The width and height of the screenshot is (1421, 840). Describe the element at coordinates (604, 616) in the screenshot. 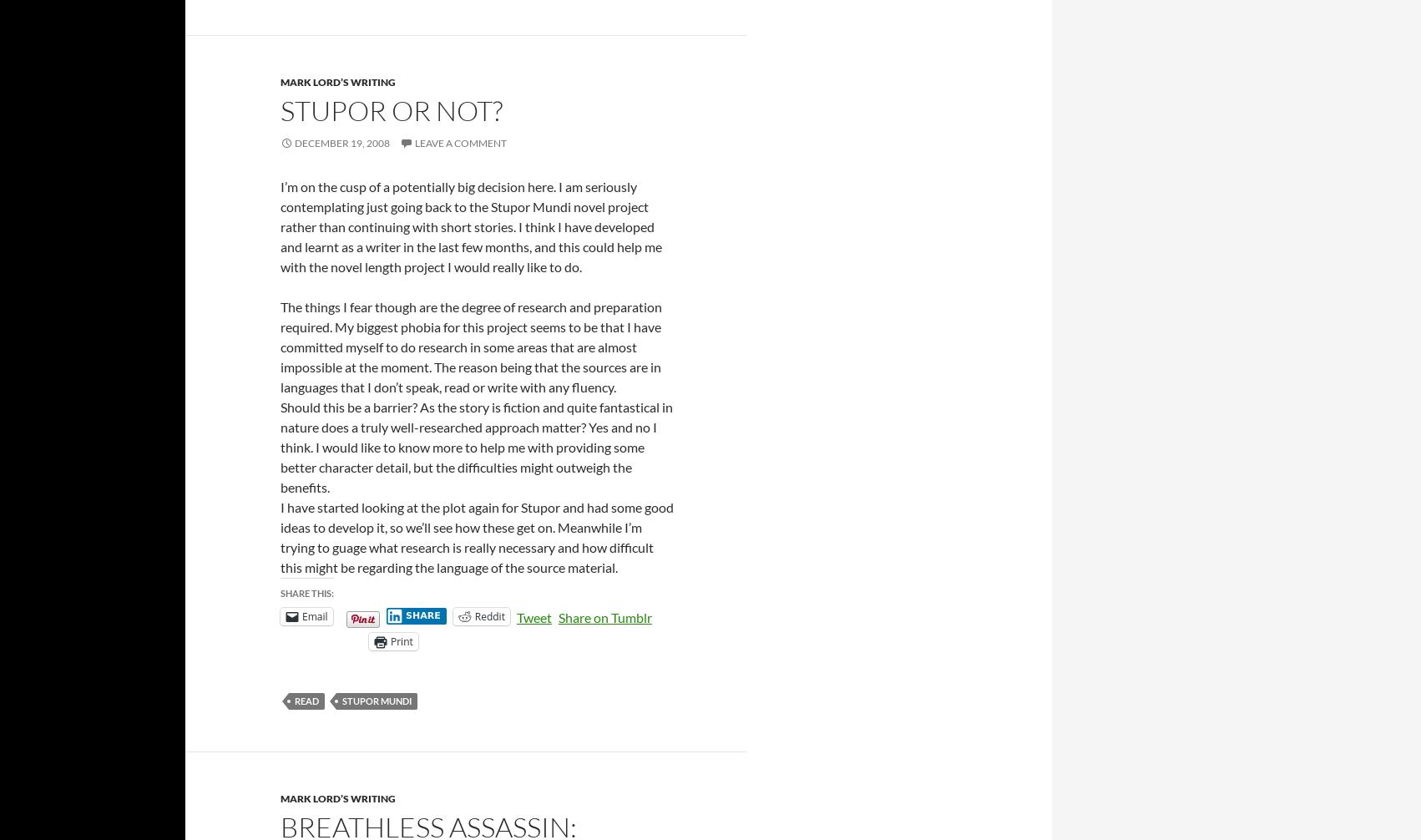

I see `'Share on Tumblr'` at that location.